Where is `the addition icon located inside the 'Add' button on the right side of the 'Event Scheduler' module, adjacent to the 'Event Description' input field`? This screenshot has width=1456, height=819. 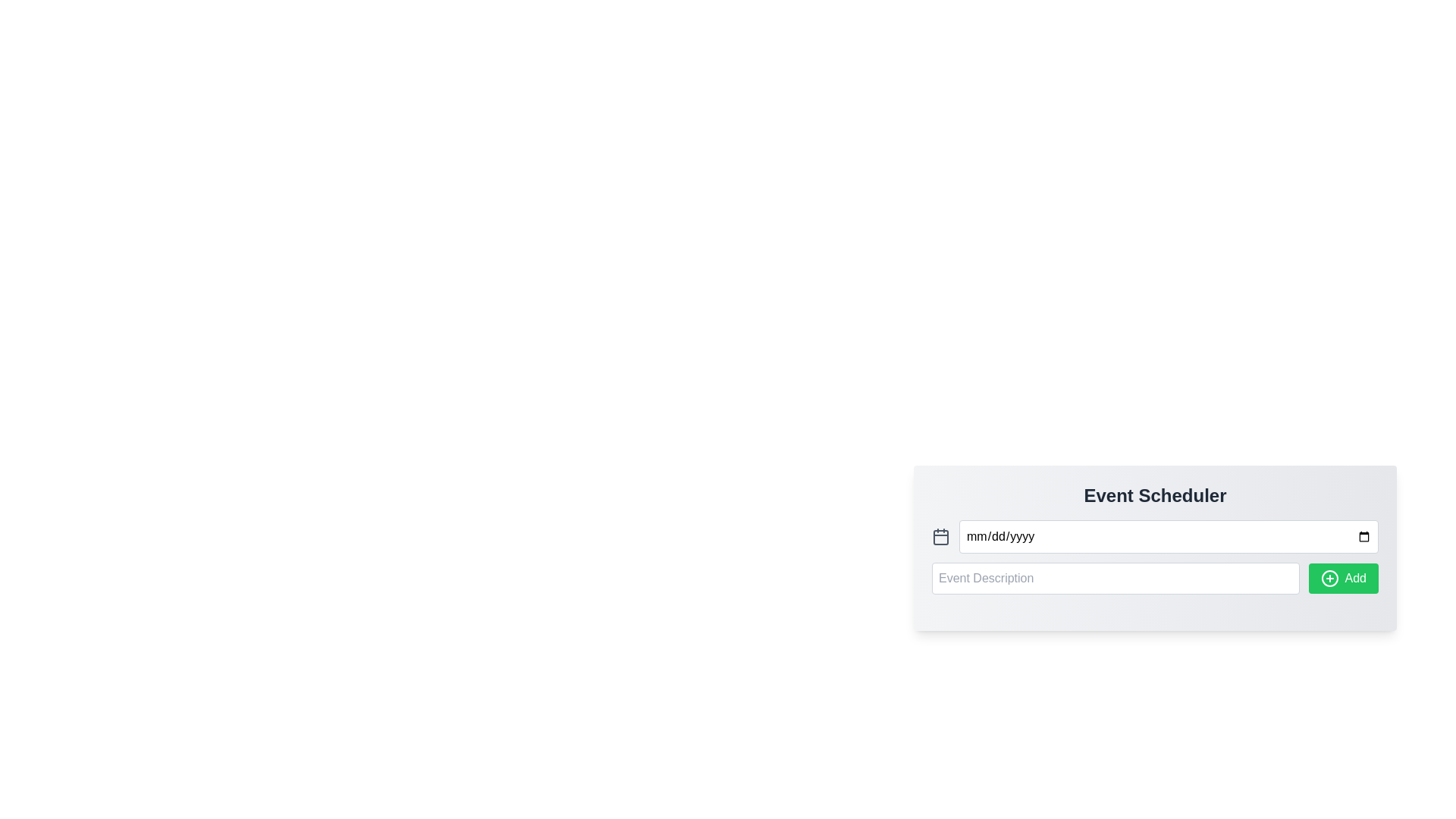
the addition icon located inside the 'Add' button on the right side of the 'Event Scheduler' module, adjacent to the 'Event Description' input field is located at coordinates (1329, 579).